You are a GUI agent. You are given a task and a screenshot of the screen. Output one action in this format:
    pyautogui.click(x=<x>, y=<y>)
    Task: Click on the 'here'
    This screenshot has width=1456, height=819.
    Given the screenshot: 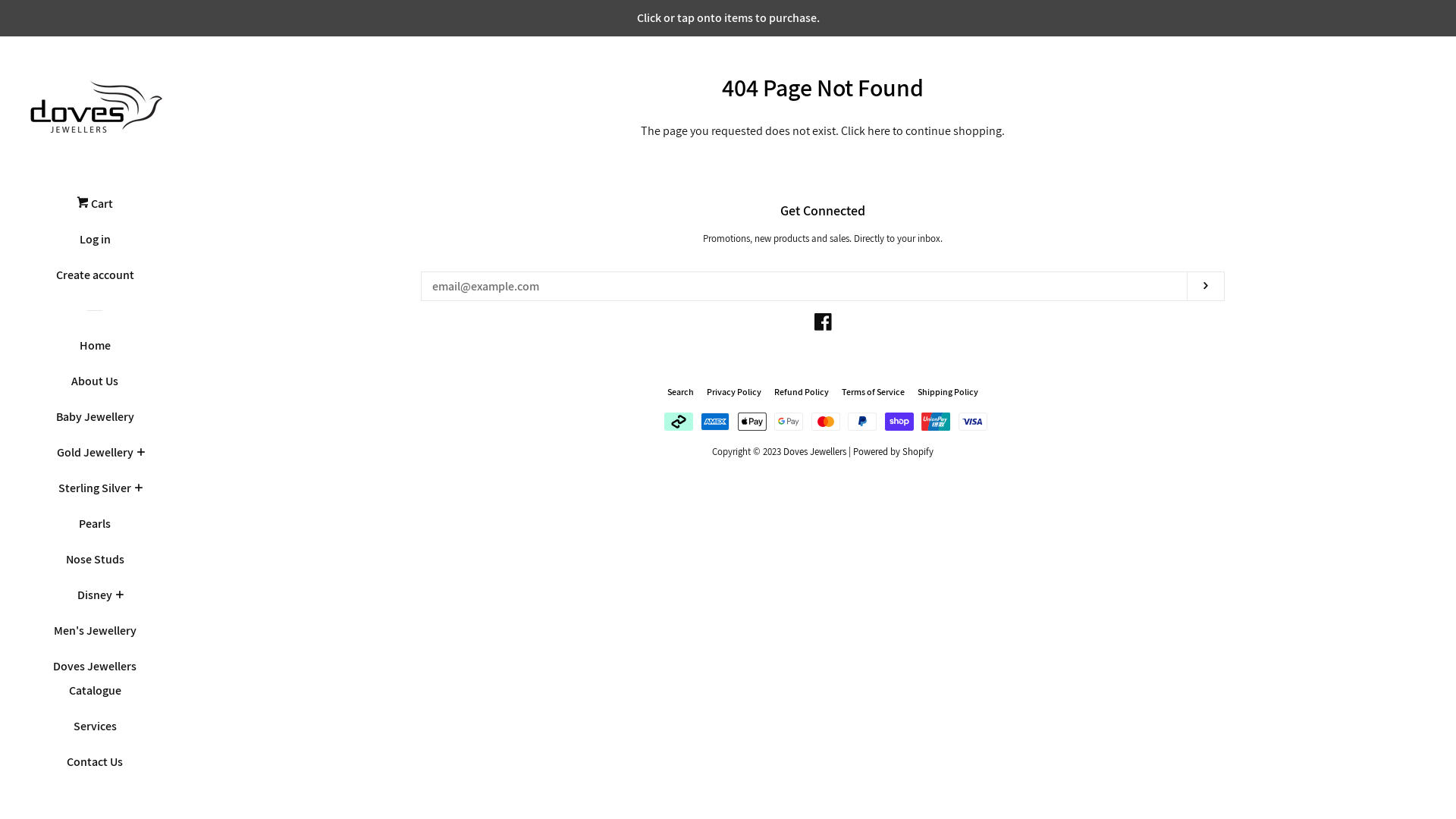 What is the action you would take?
    pyautogui.click(x=867, y=130)
    